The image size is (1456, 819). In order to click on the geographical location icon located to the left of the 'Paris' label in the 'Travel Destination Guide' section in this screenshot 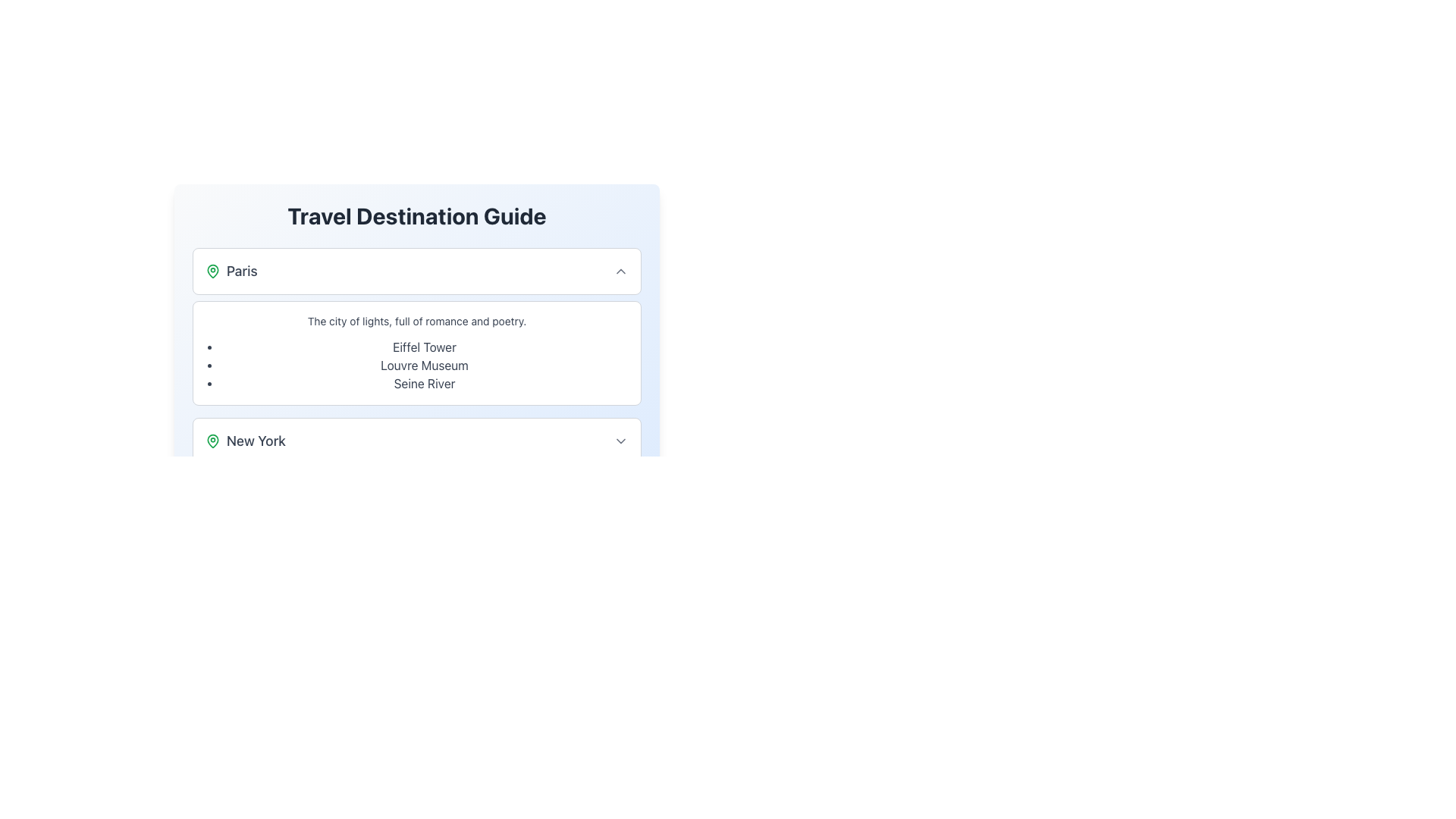, I will do `click(212, 271)`.